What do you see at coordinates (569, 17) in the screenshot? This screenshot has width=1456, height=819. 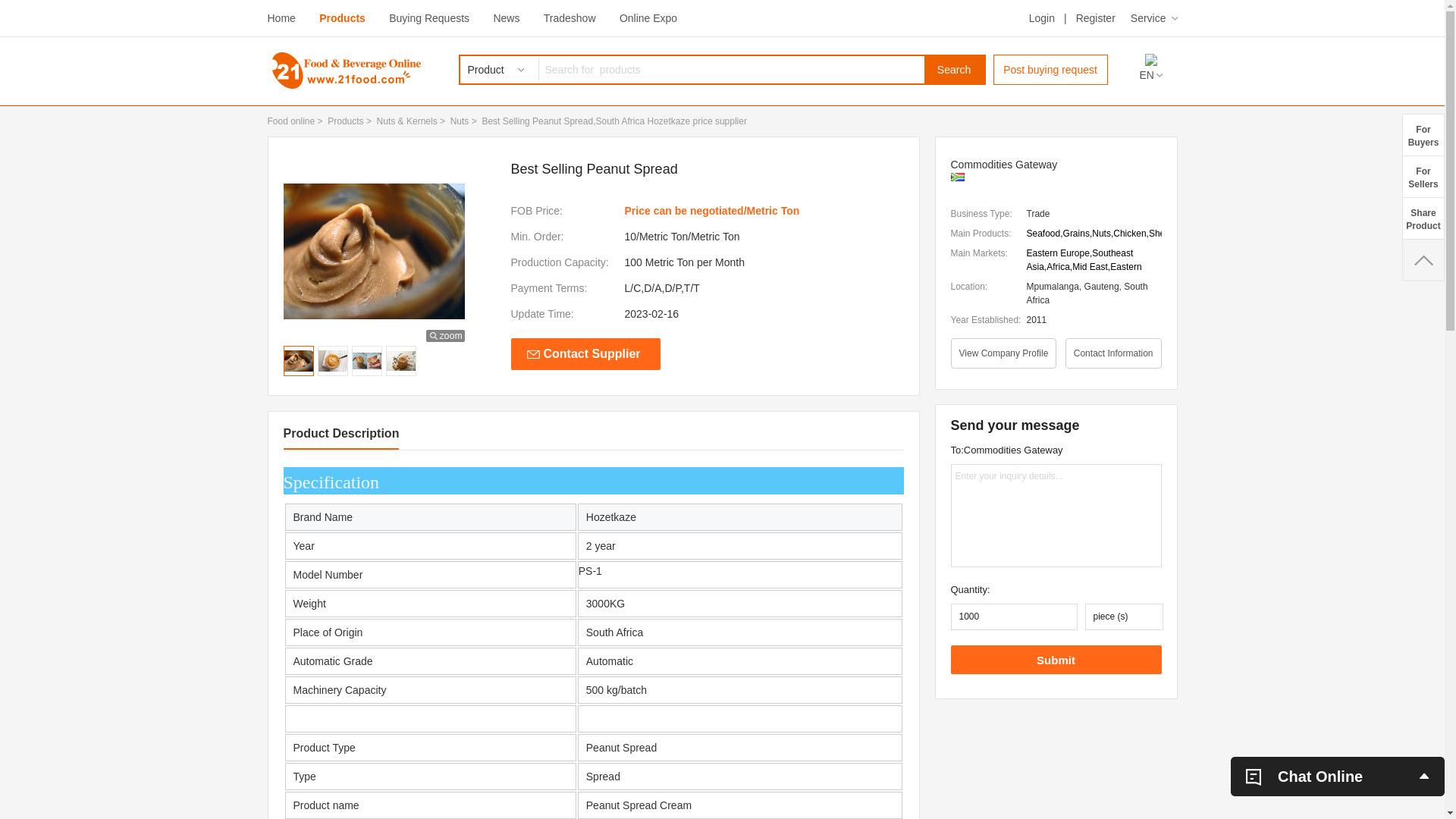 I see `'Tradeshow'` at bounding box center [569, 17].